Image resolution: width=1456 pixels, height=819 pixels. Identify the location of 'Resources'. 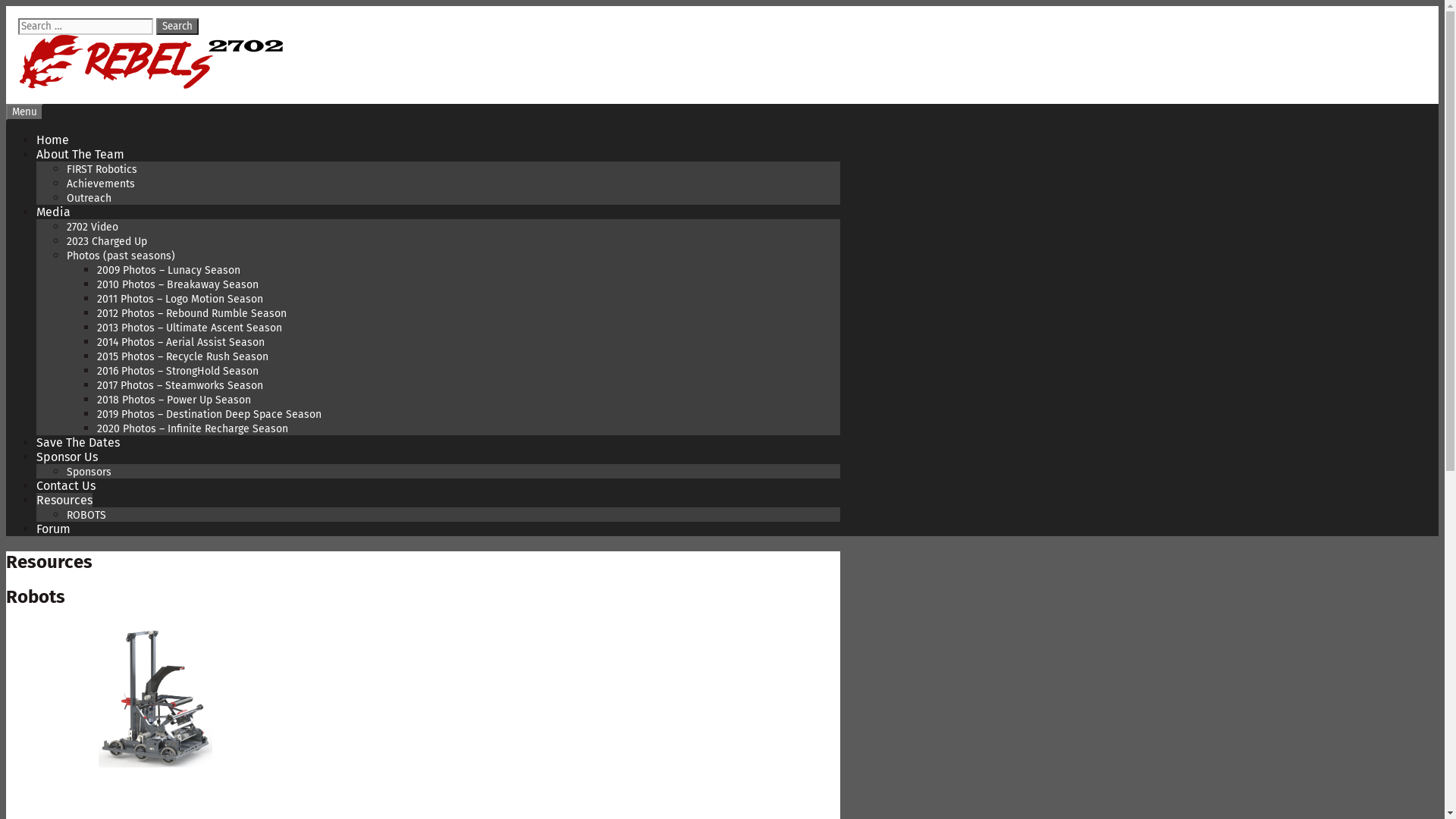
(64, 500).